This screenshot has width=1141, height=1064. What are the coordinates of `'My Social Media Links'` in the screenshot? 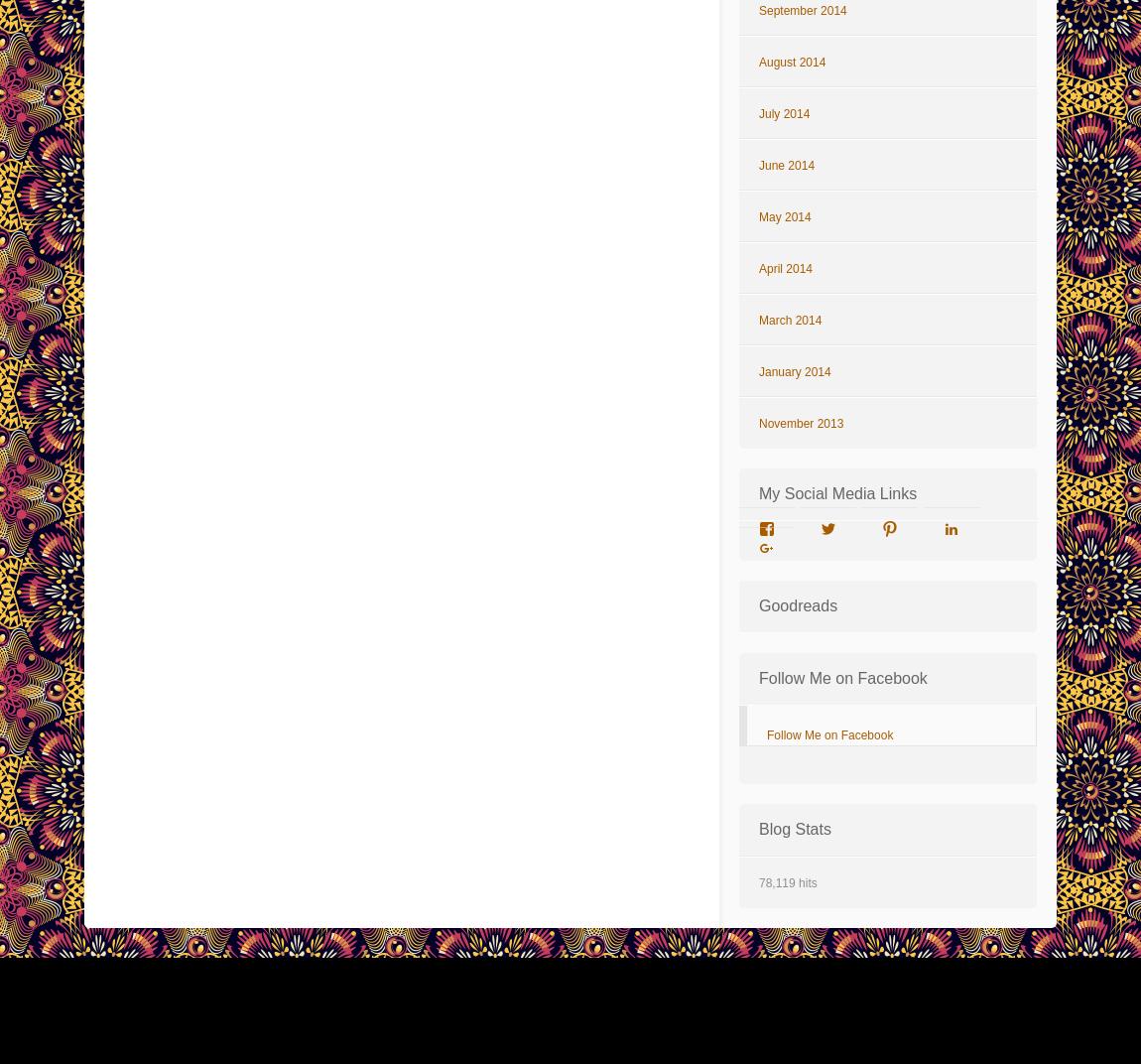 It's located at (836, 493).